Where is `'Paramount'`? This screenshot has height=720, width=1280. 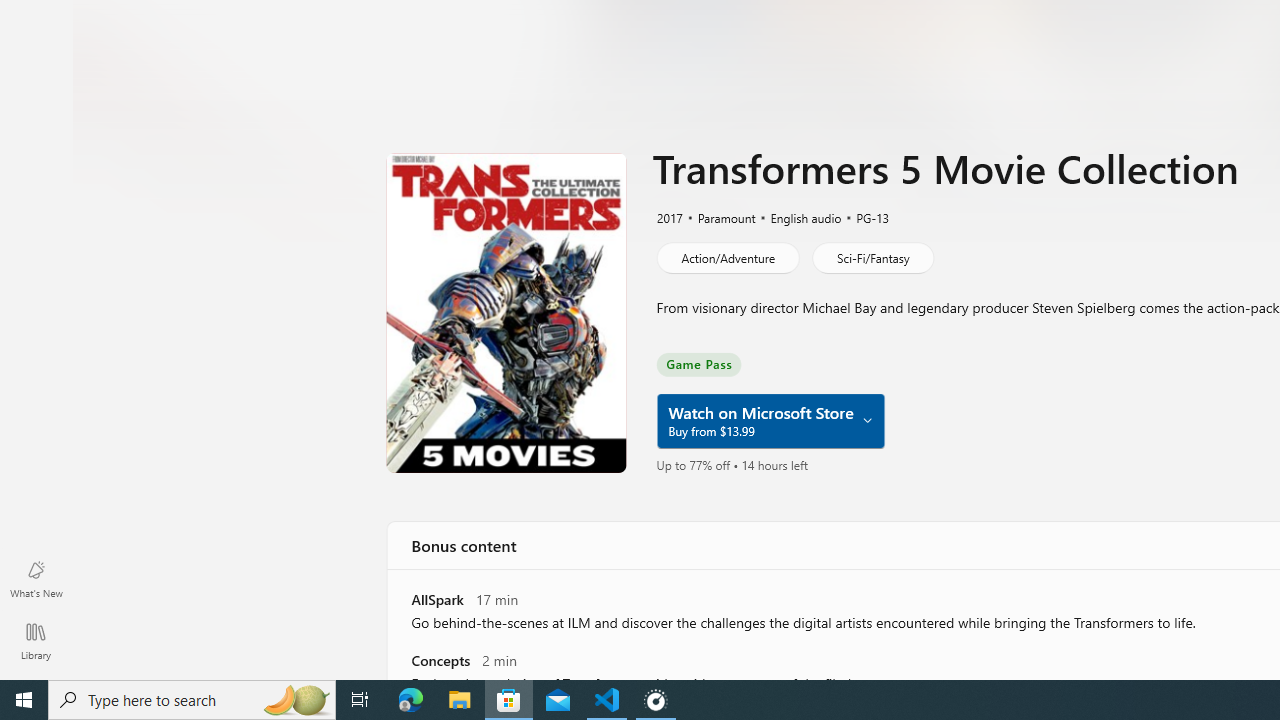 'Paramount' is located at coordinates (718, 217).